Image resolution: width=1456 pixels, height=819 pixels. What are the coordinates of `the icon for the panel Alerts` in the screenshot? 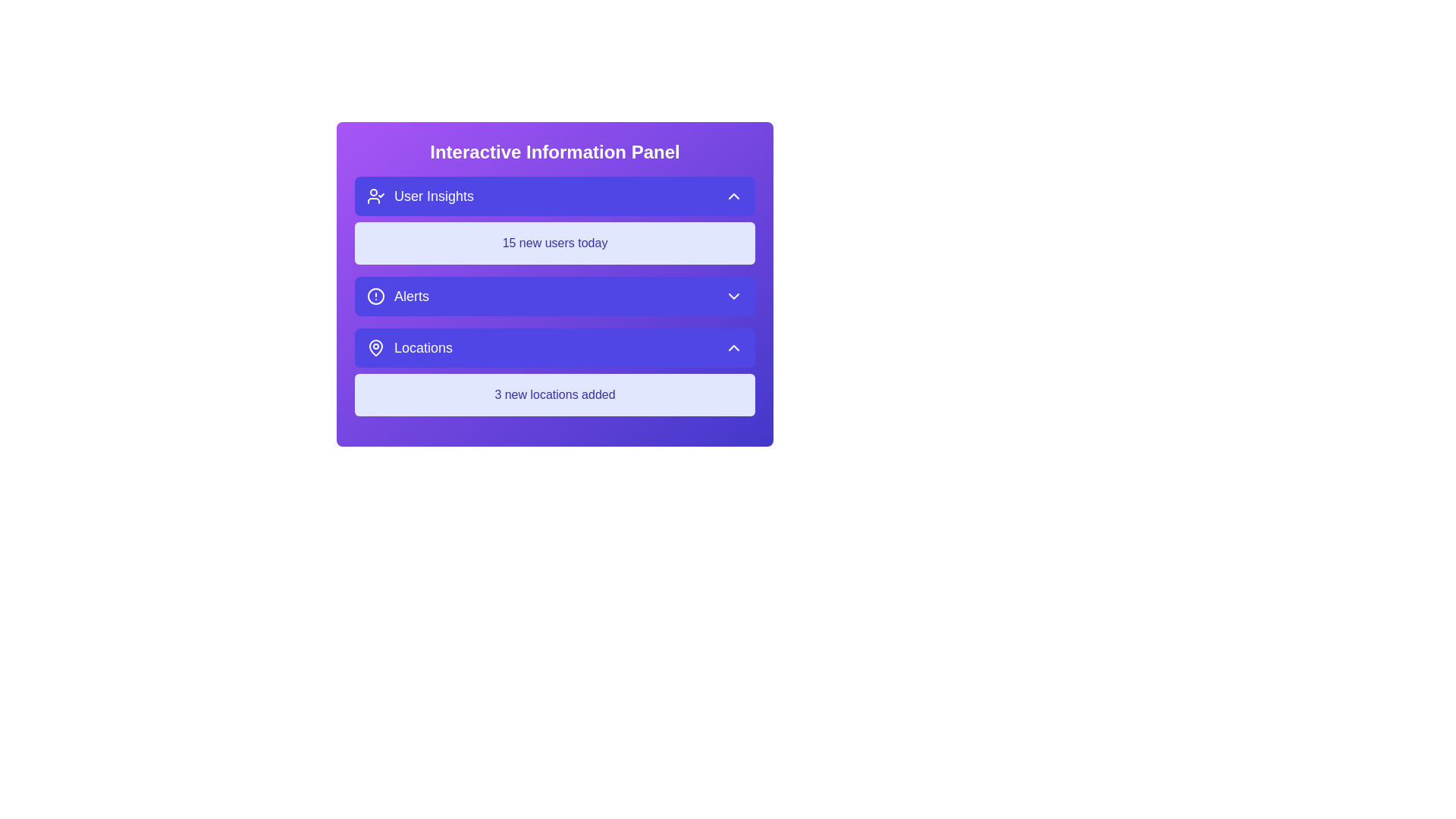 It's located at (375, 296).